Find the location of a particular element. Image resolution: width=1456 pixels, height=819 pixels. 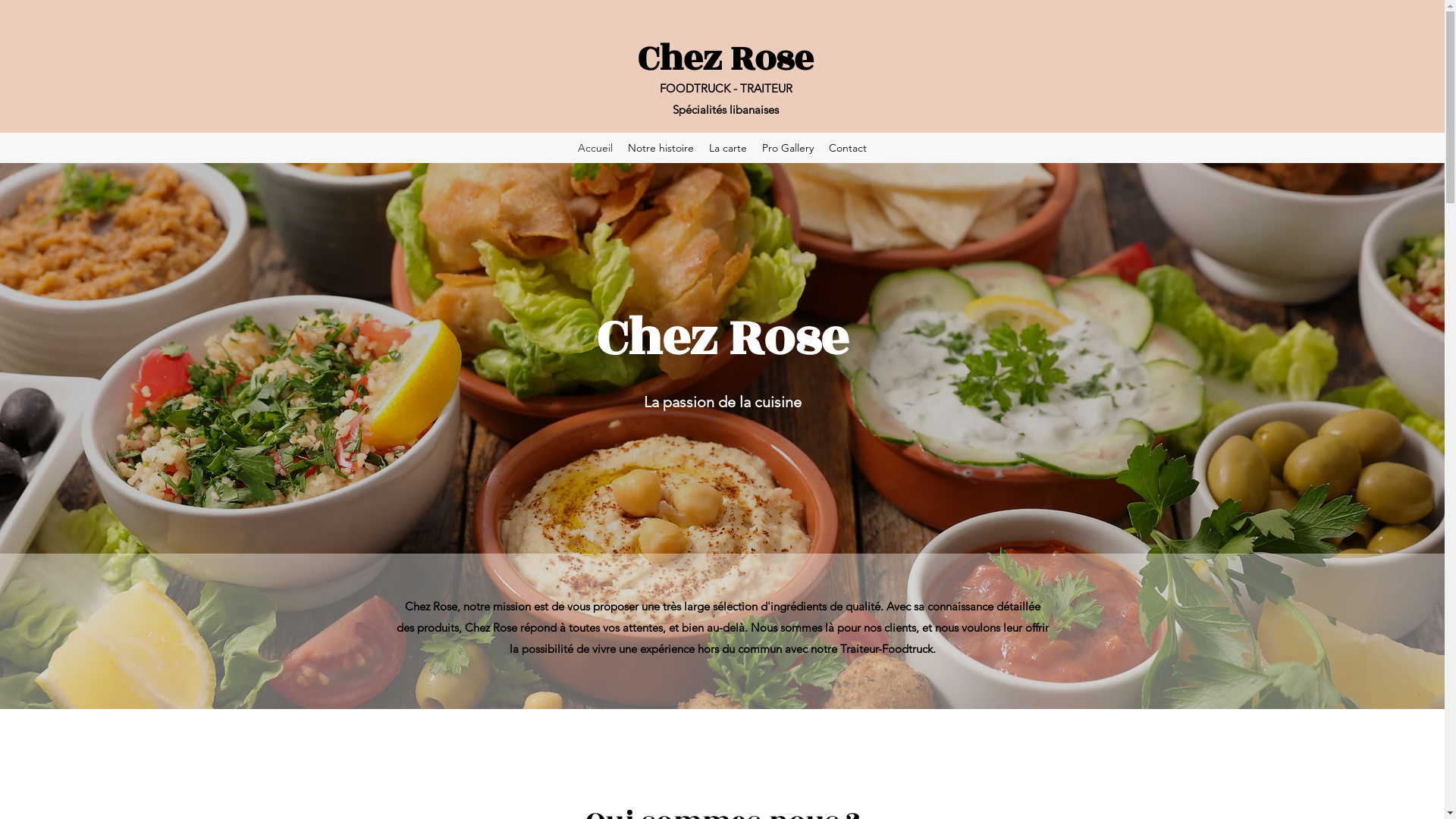

'Accueil' is located at coordinates (595, 148).